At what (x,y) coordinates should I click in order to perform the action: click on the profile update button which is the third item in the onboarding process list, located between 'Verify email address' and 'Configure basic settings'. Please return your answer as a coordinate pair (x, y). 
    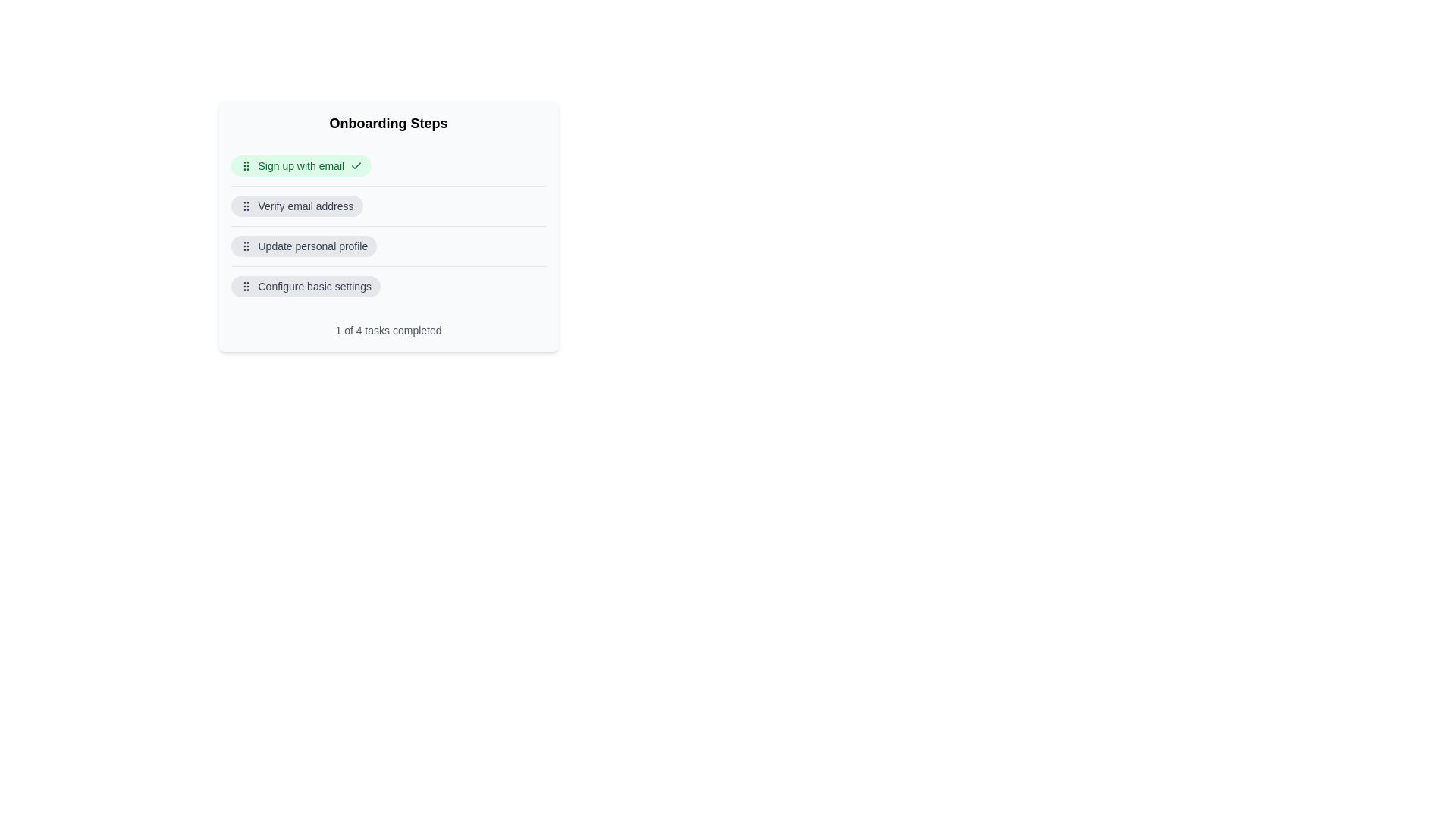
    Looking at the image, I should click on (303, 245).